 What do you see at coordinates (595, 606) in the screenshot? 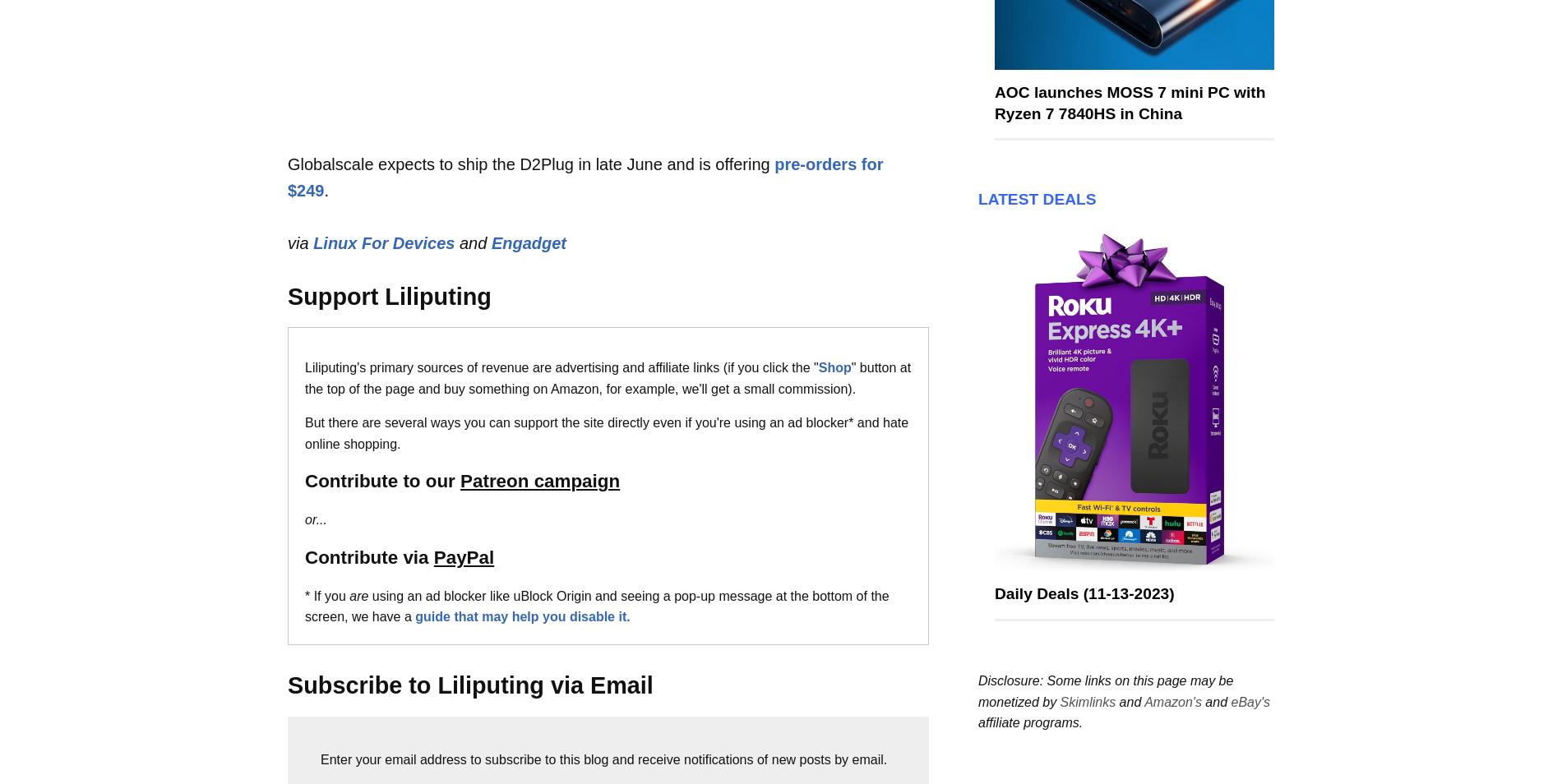
I see `'using an ad blocker like uBlock Origin and seeing a pop-up message at the bottom of the screen, we have a'` at bounding box center [595, 606].